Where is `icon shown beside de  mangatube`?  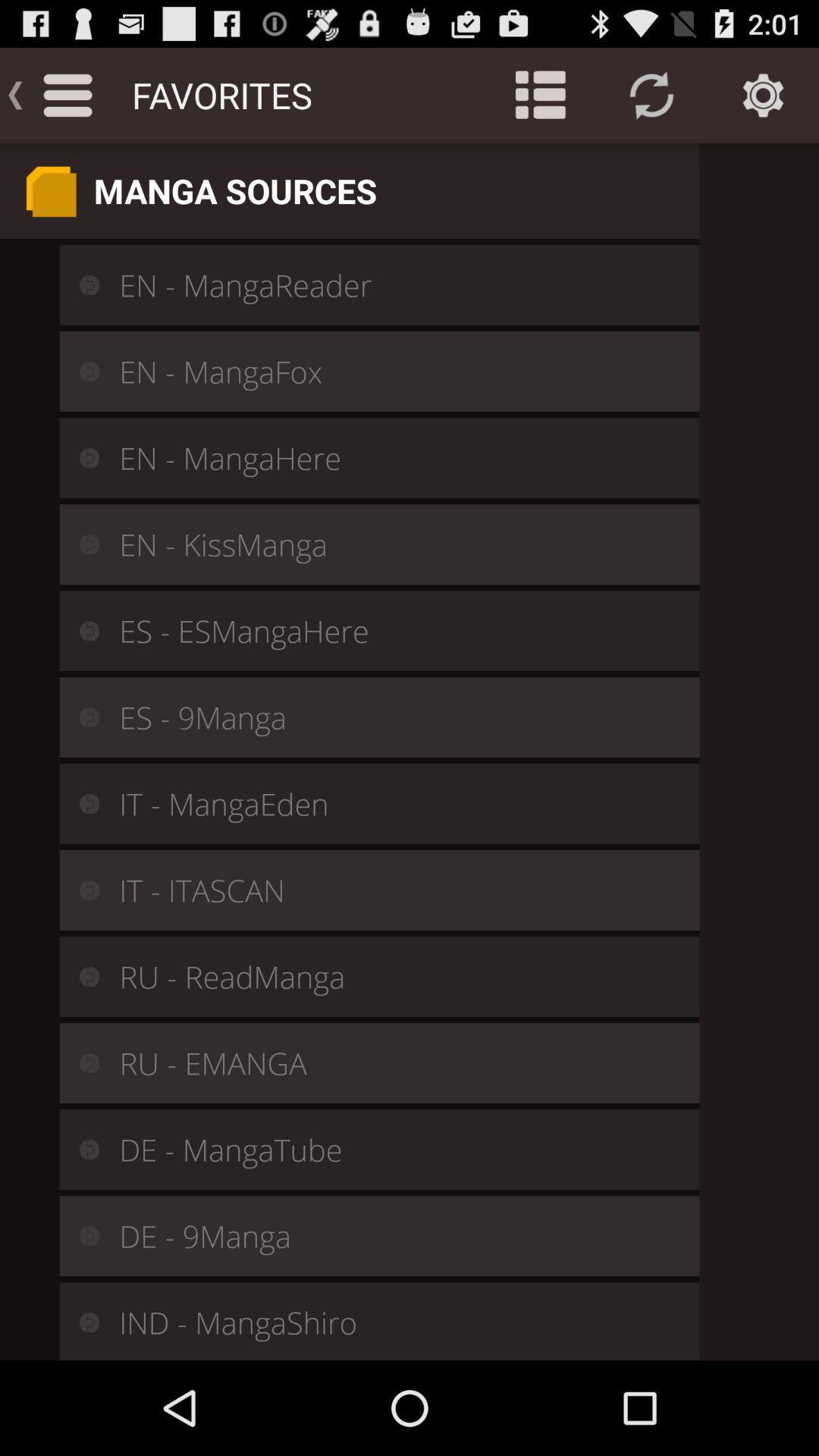 icon shown beside de  mangatube is located at coordinates (79, 1150).